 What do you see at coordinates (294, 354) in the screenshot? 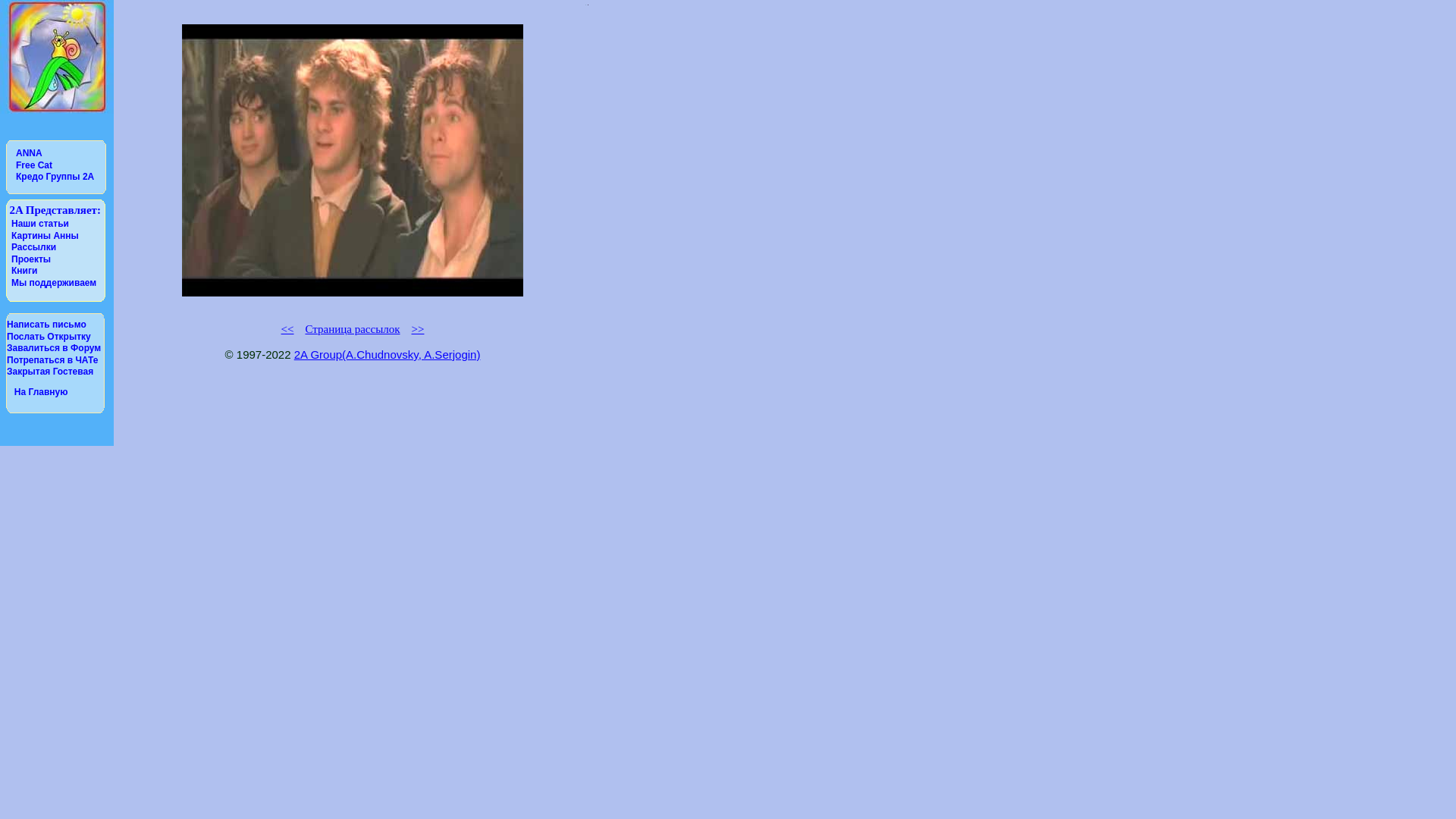
I see `'2A Group(A.Chudnovsky, A.Serjogin)'` at bounding box center [294, 354].